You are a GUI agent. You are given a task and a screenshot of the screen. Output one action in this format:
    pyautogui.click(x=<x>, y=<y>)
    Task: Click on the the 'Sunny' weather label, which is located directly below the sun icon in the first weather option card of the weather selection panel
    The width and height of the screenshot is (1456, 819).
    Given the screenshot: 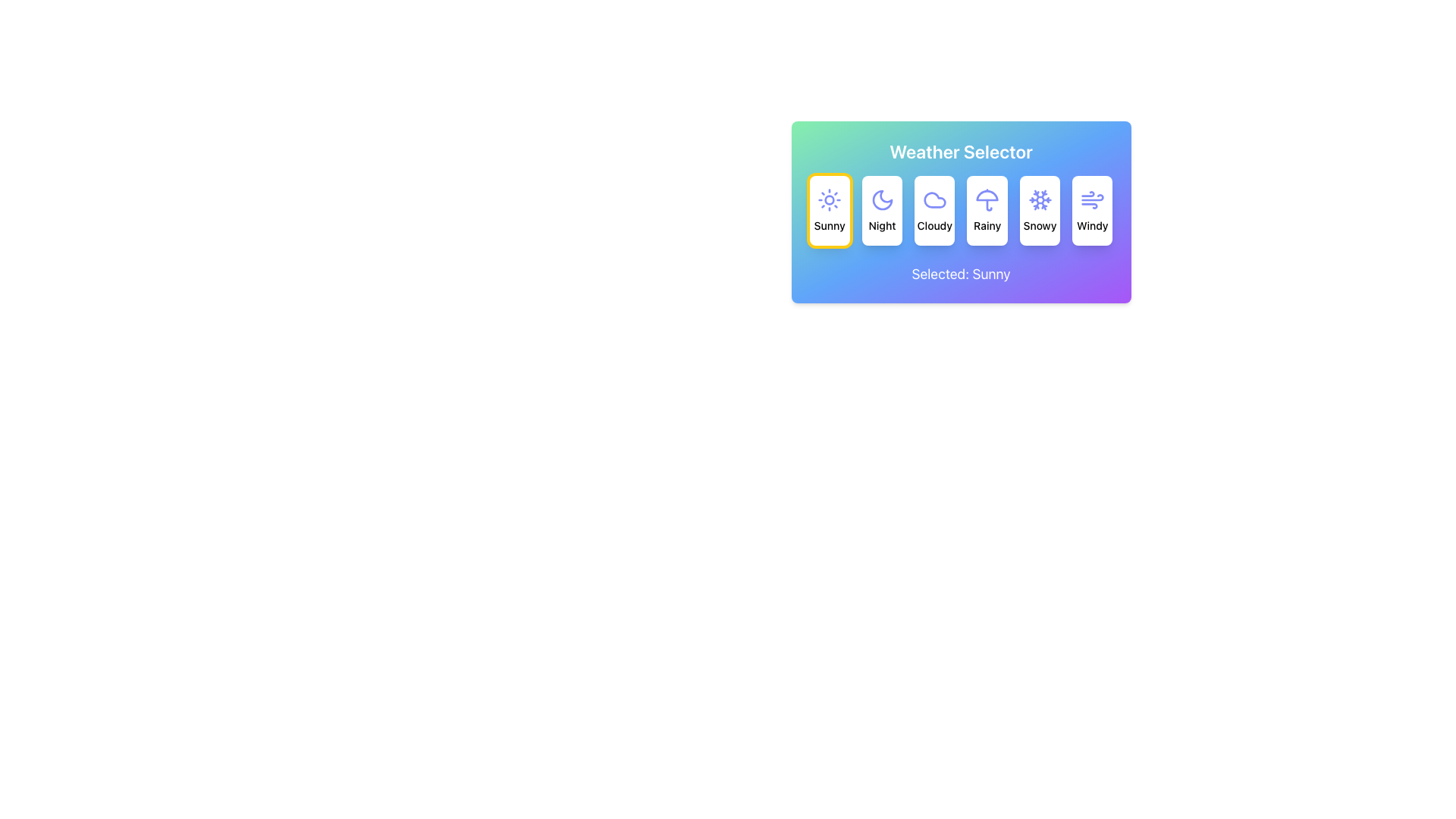 What is the action you would take?
    pyautogui.click(x=829, y=225)
    